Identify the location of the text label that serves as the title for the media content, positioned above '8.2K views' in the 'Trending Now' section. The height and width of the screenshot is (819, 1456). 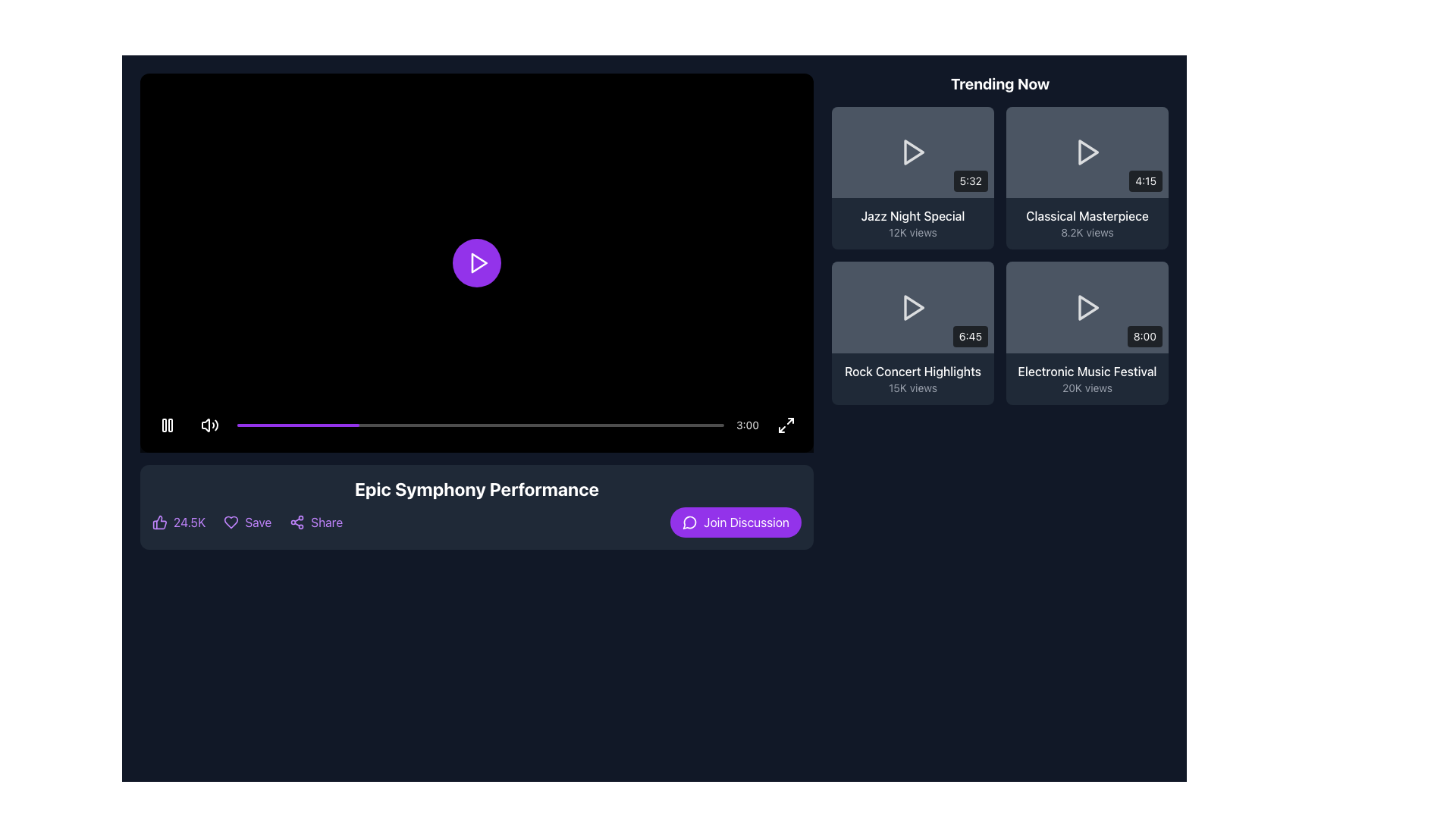
(1087, 216).